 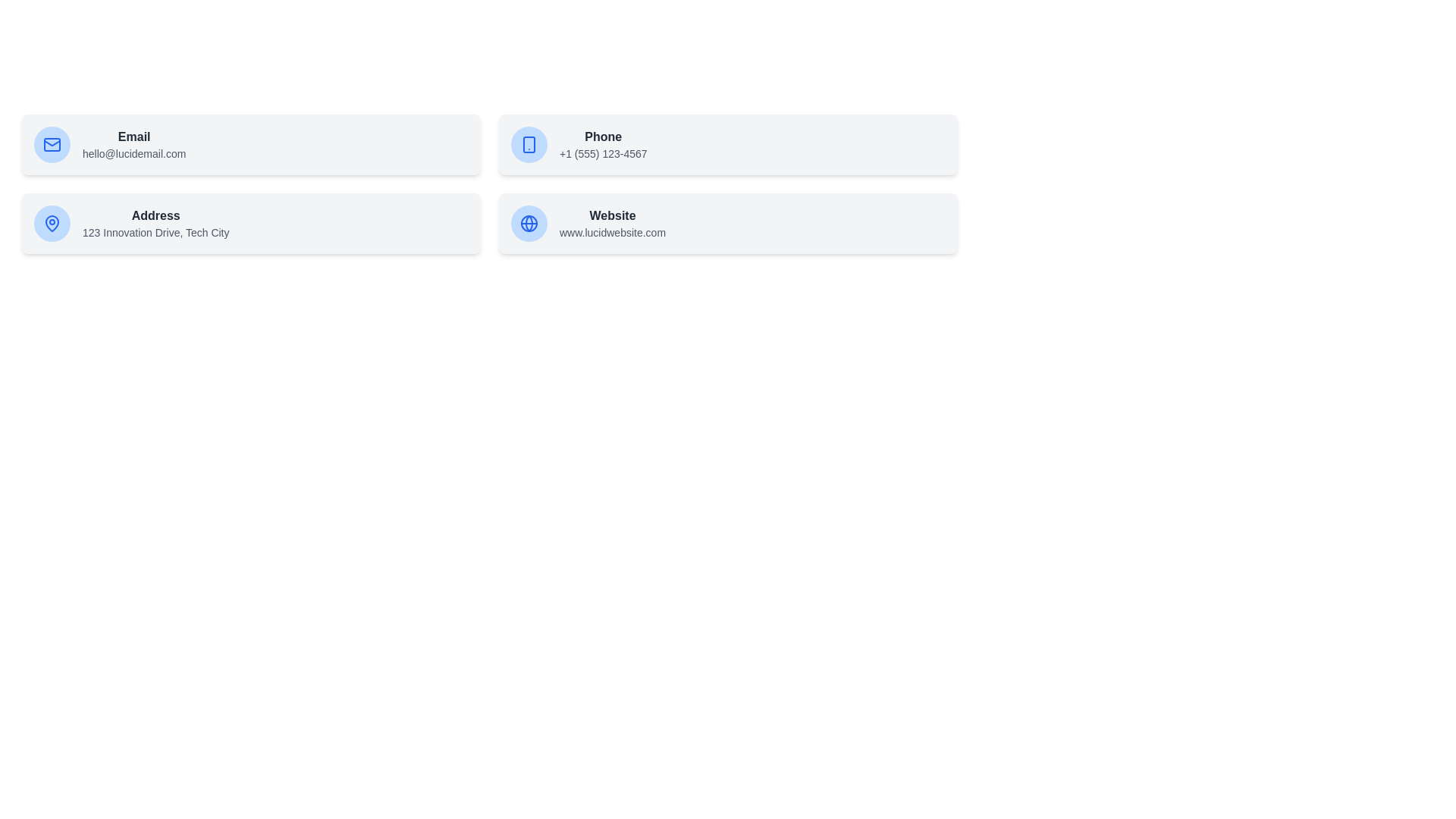 I want to click on the non-interactive information display card that shows a phone number, located in the top-right section of the grid layout, so click(x=728, y=145).